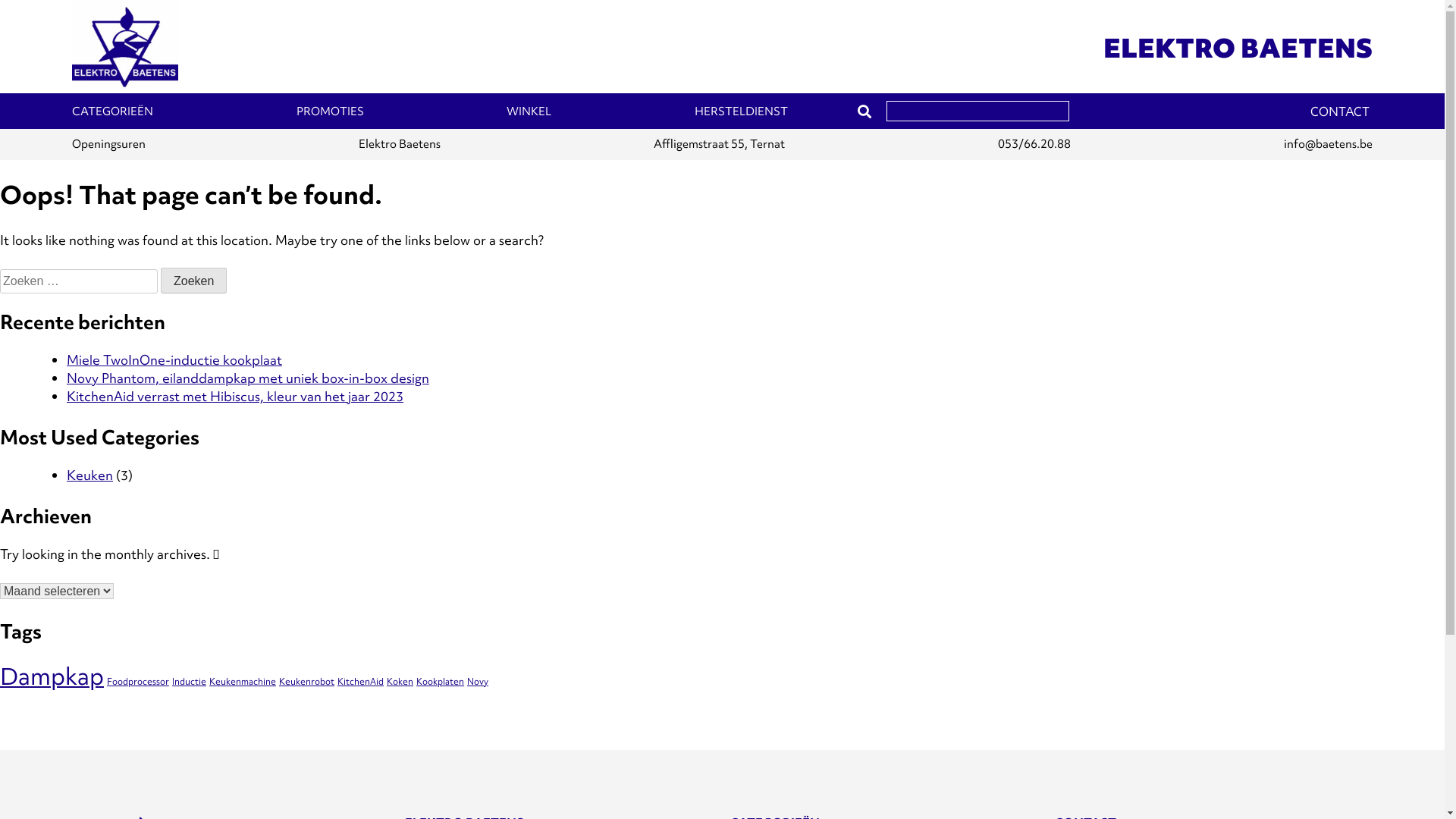 The width and height of the screenshot is (1456, 819). What do you see at coordinates (306, 680) in the screenshot?
I see `'Keukenrobot'` at bounding box center [306, 680].